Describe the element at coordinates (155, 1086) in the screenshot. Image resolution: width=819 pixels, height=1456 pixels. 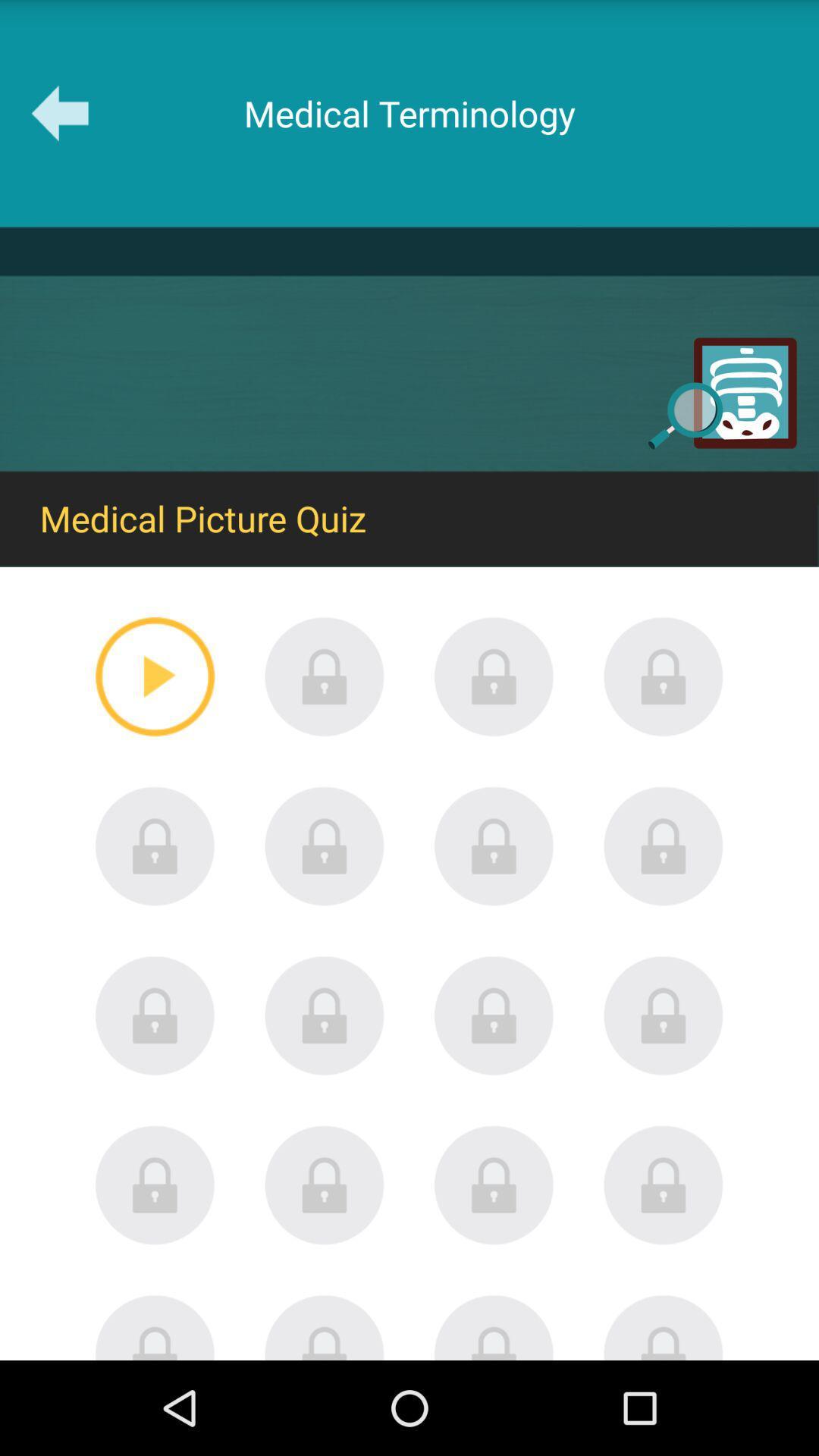
I see `the lock icon` at that location.